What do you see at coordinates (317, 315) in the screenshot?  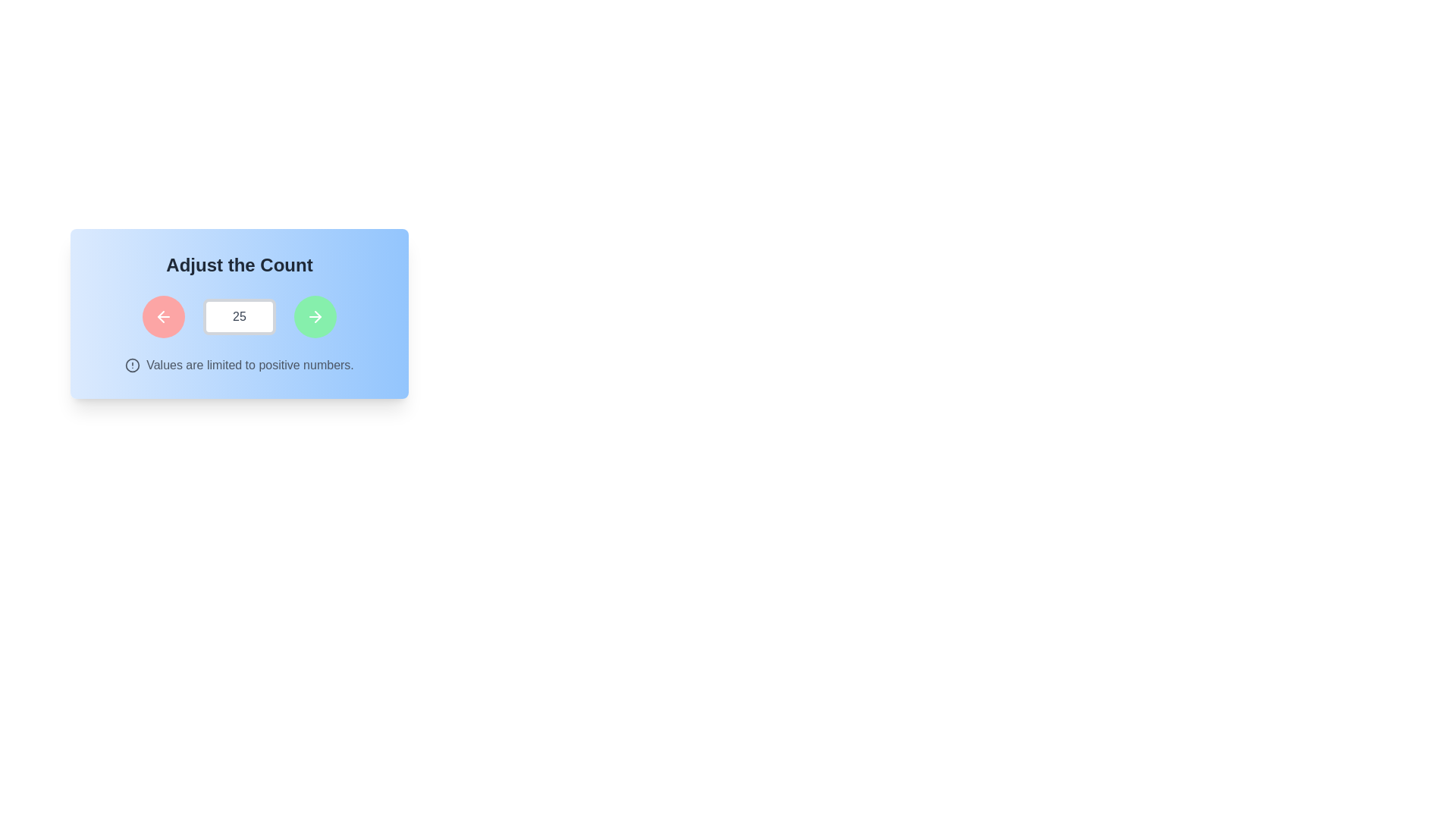 I see `the right-pointing arrowhead within the SVG icon that is part of the arrow, located near the right of the interactive counter area` at bounding box center [317, 315].